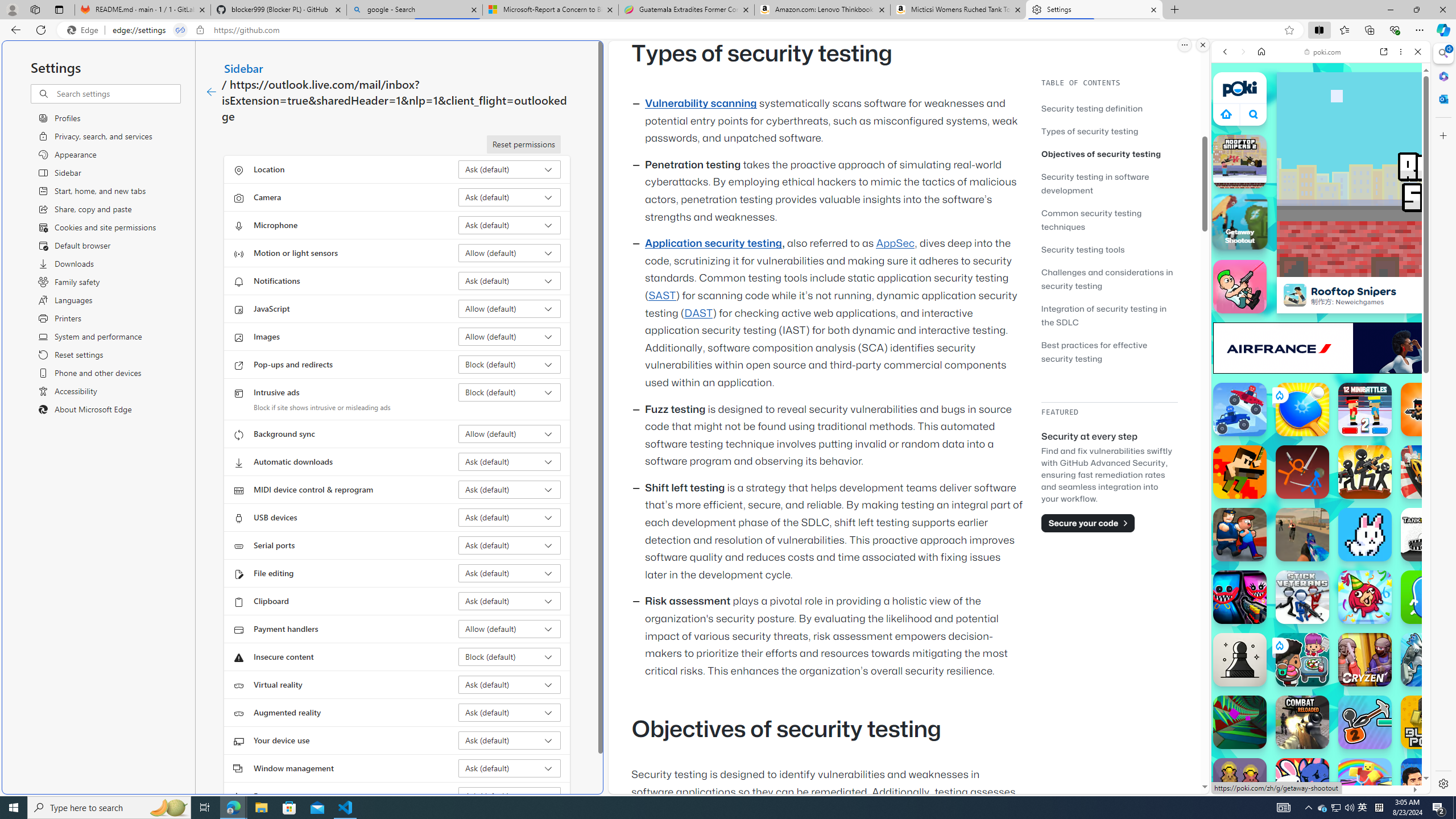 The height and width of the screenshot is (819, 1456). What do you see at coordinates (1108, 315) in the screenshot?
I see `'Integration of security testing in the SDLC'` at bounding box center [1108, 315].